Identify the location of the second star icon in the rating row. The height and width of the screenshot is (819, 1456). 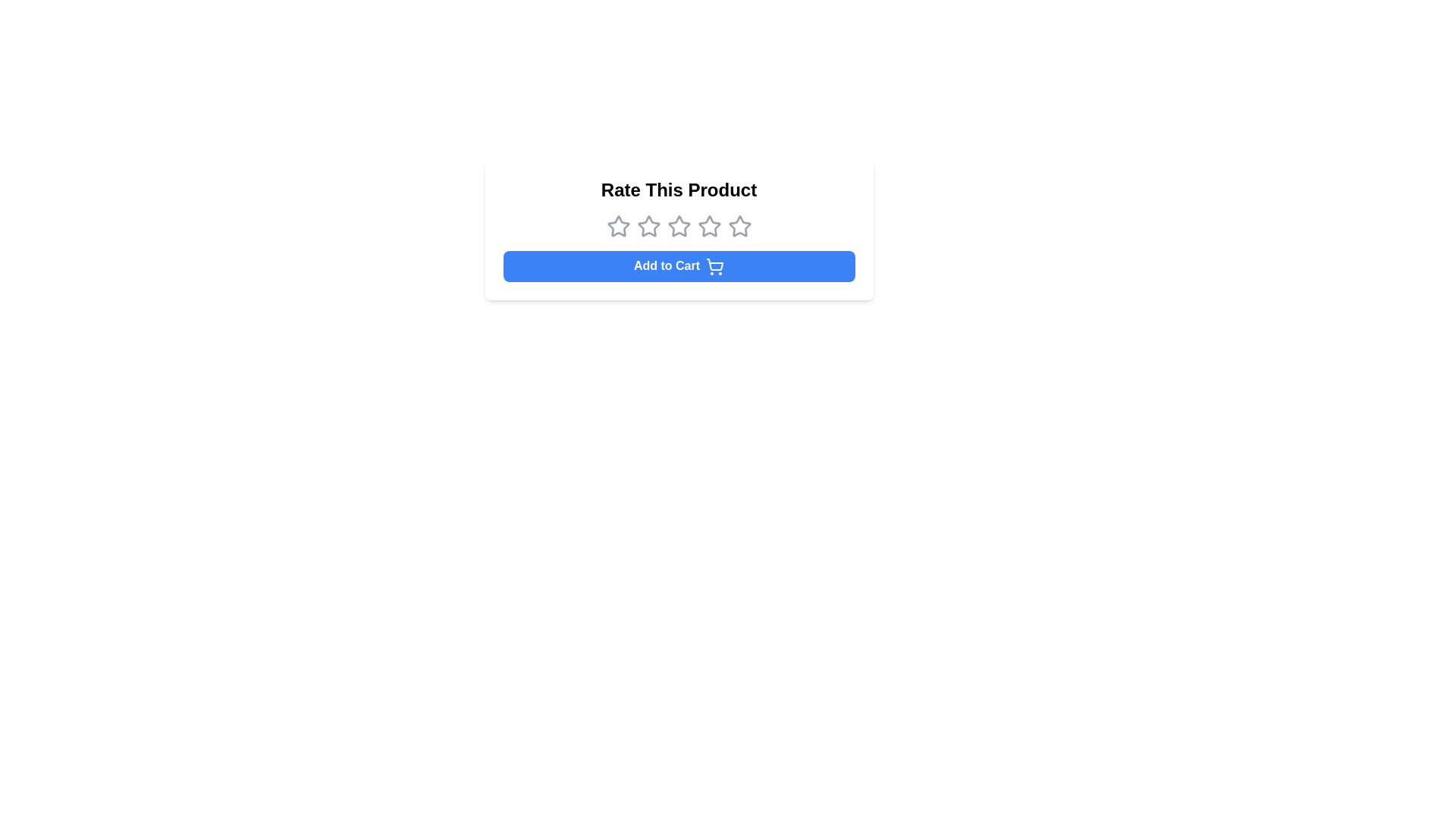
(648, 226).